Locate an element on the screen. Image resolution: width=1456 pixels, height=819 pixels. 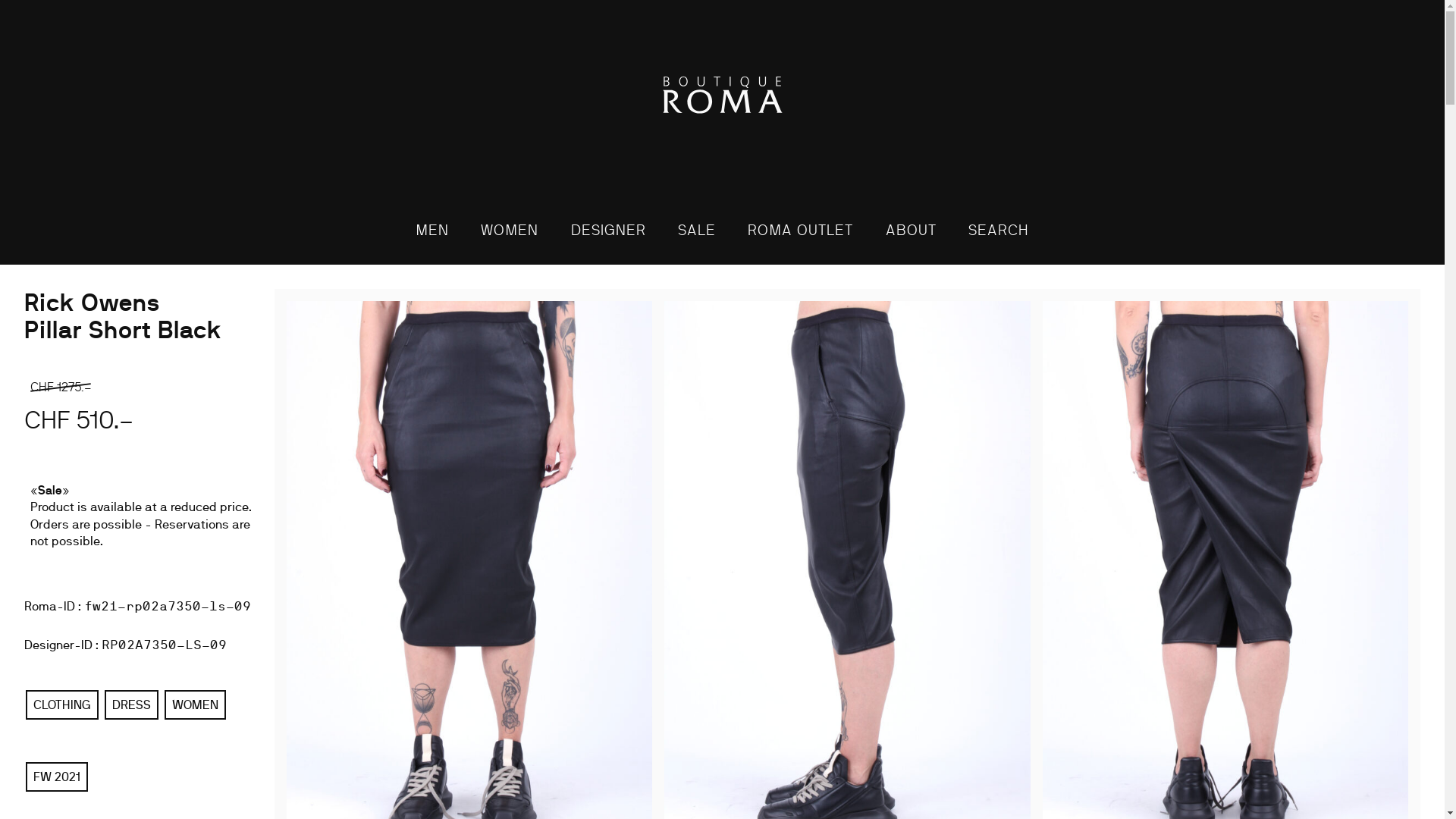
'DRESS' is located at coordinates (131, 704).